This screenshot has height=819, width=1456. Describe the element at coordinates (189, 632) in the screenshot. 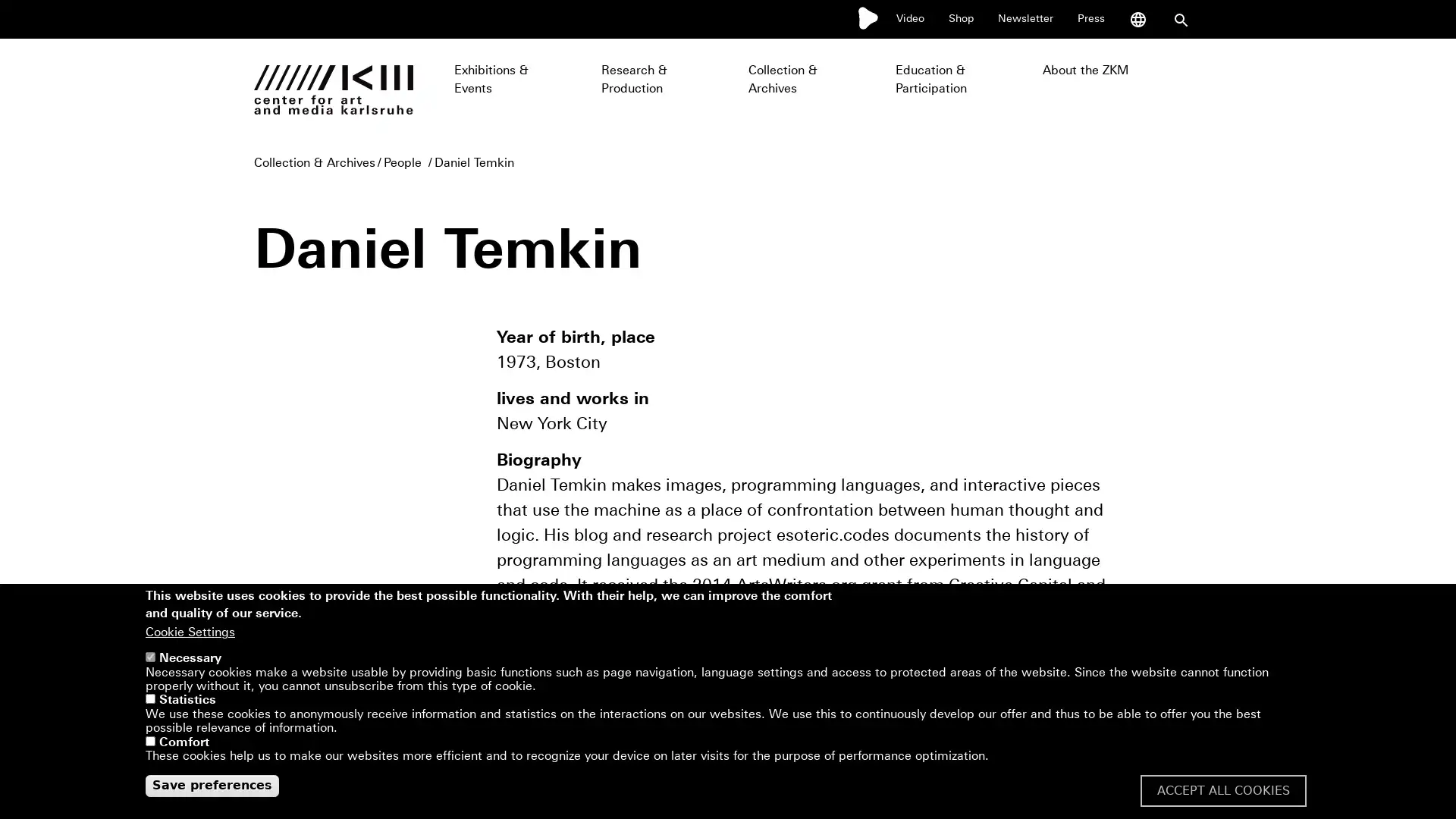

I see `Cookie Settings` at that location.